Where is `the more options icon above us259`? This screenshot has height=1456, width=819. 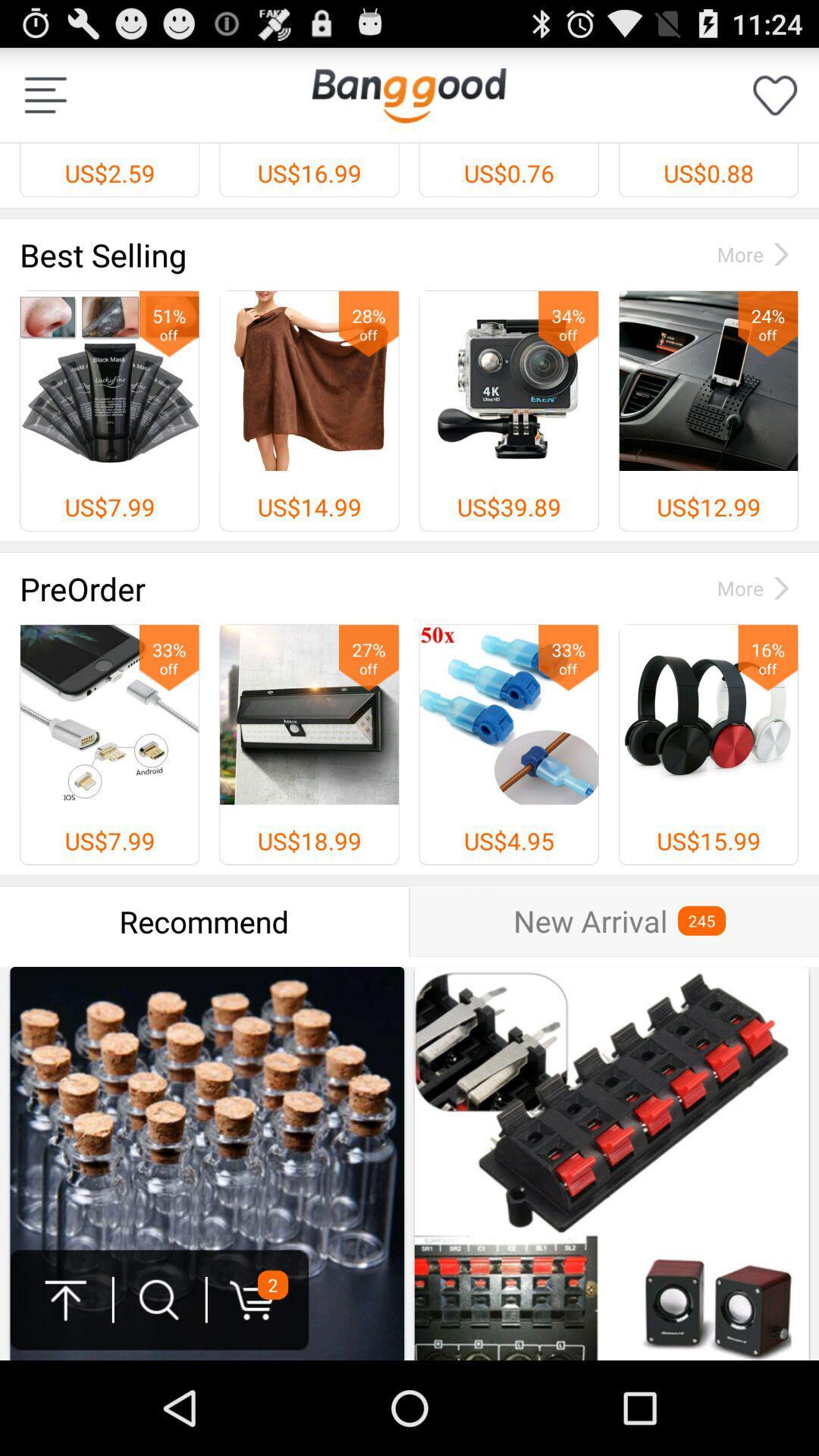 the more options icon above us259 is located at coordinates (45, 94).